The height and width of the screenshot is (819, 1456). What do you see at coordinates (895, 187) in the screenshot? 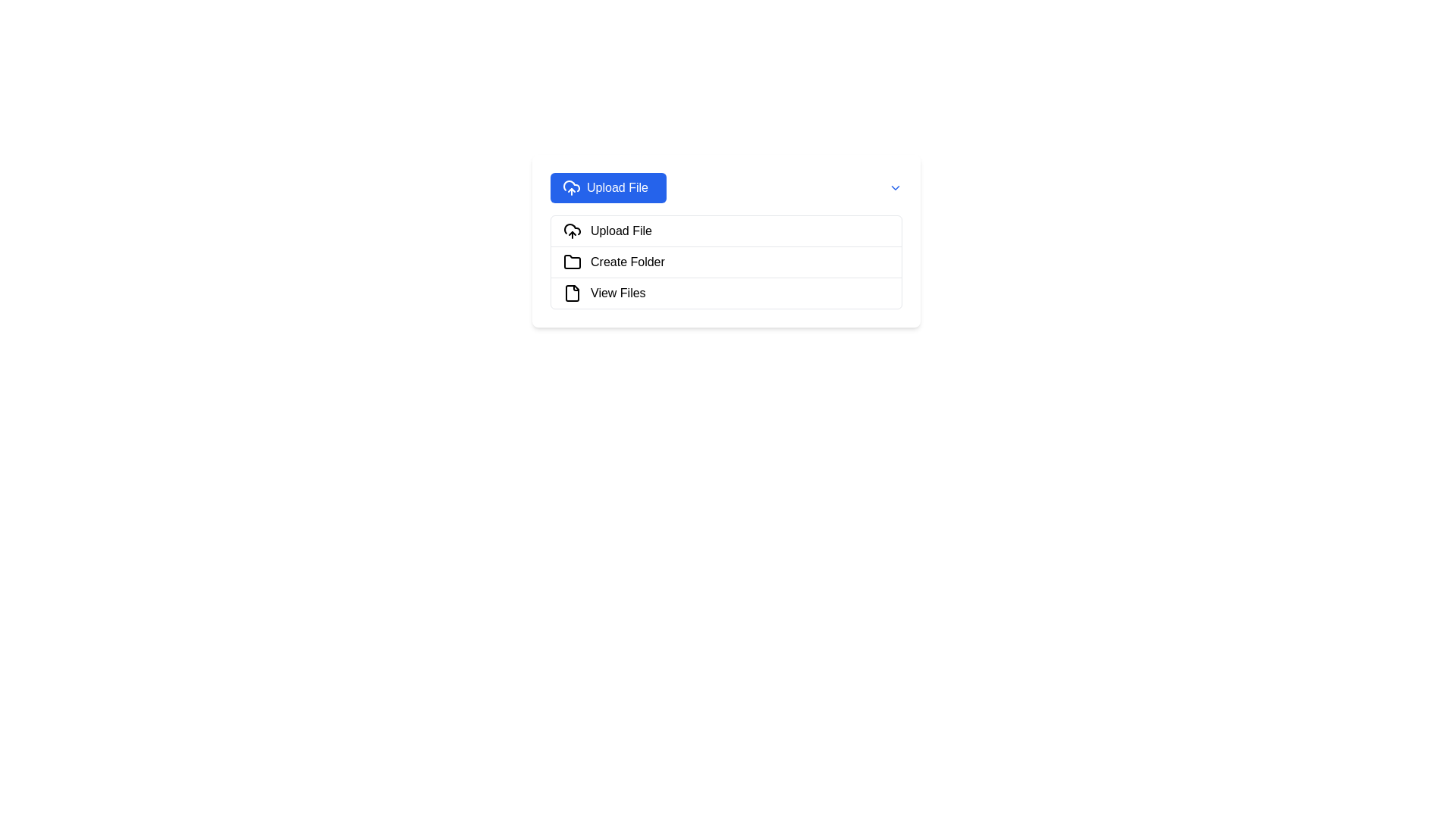
I see `the blue downward-facing arrow icon located to the far right of the 'Upload File' text` at bounding box center [895, 187].